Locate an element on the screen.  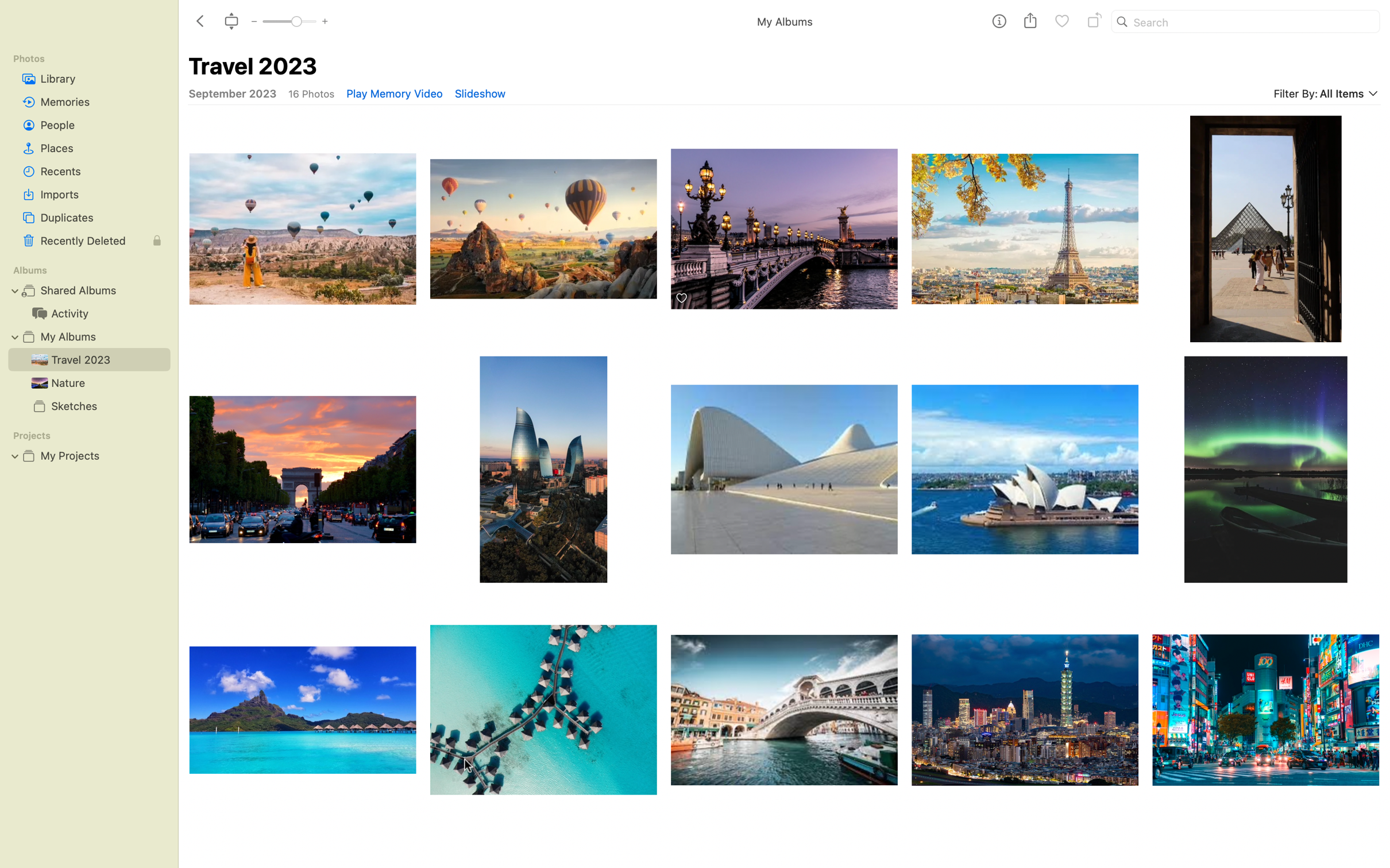
Go to the album "Recents" and enlarge pictures using top bar is located at coordinates (88, 170).